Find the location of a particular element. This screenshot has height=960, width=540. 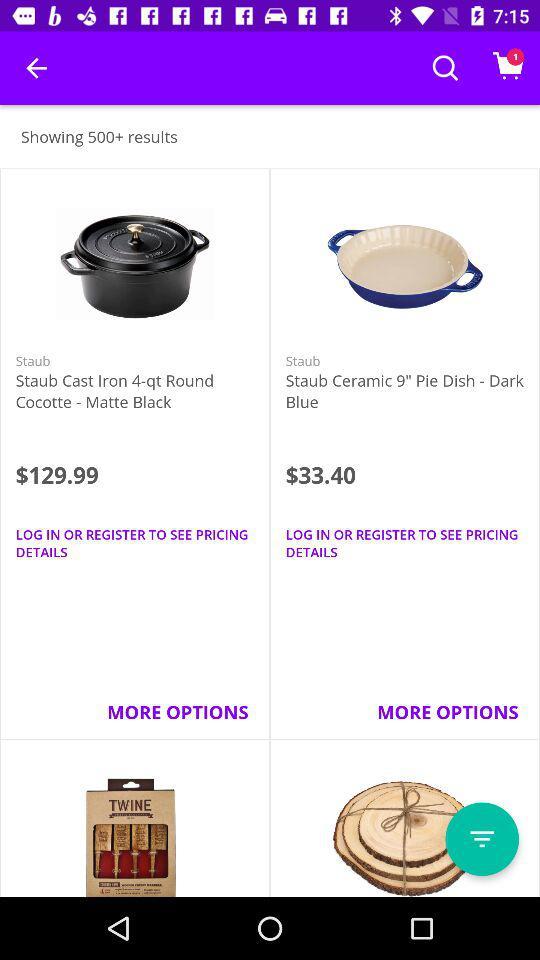

open menu is located at coordinates (481, 839).